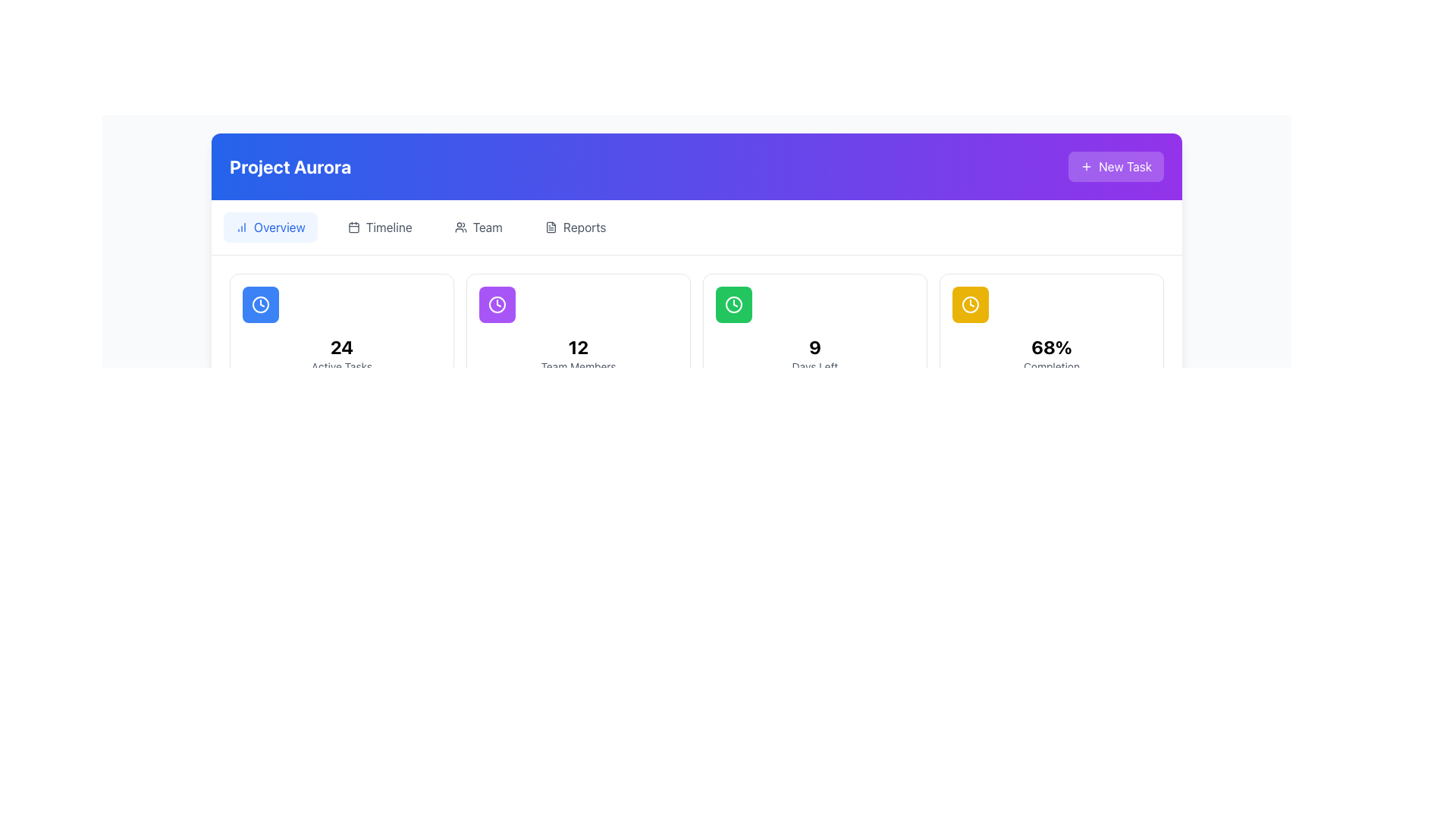 This screenshot has height=819, width=1456. I want to click on the 'Timeline' button, which is the second button in the horizontal navigation bar, so click(380, 227).